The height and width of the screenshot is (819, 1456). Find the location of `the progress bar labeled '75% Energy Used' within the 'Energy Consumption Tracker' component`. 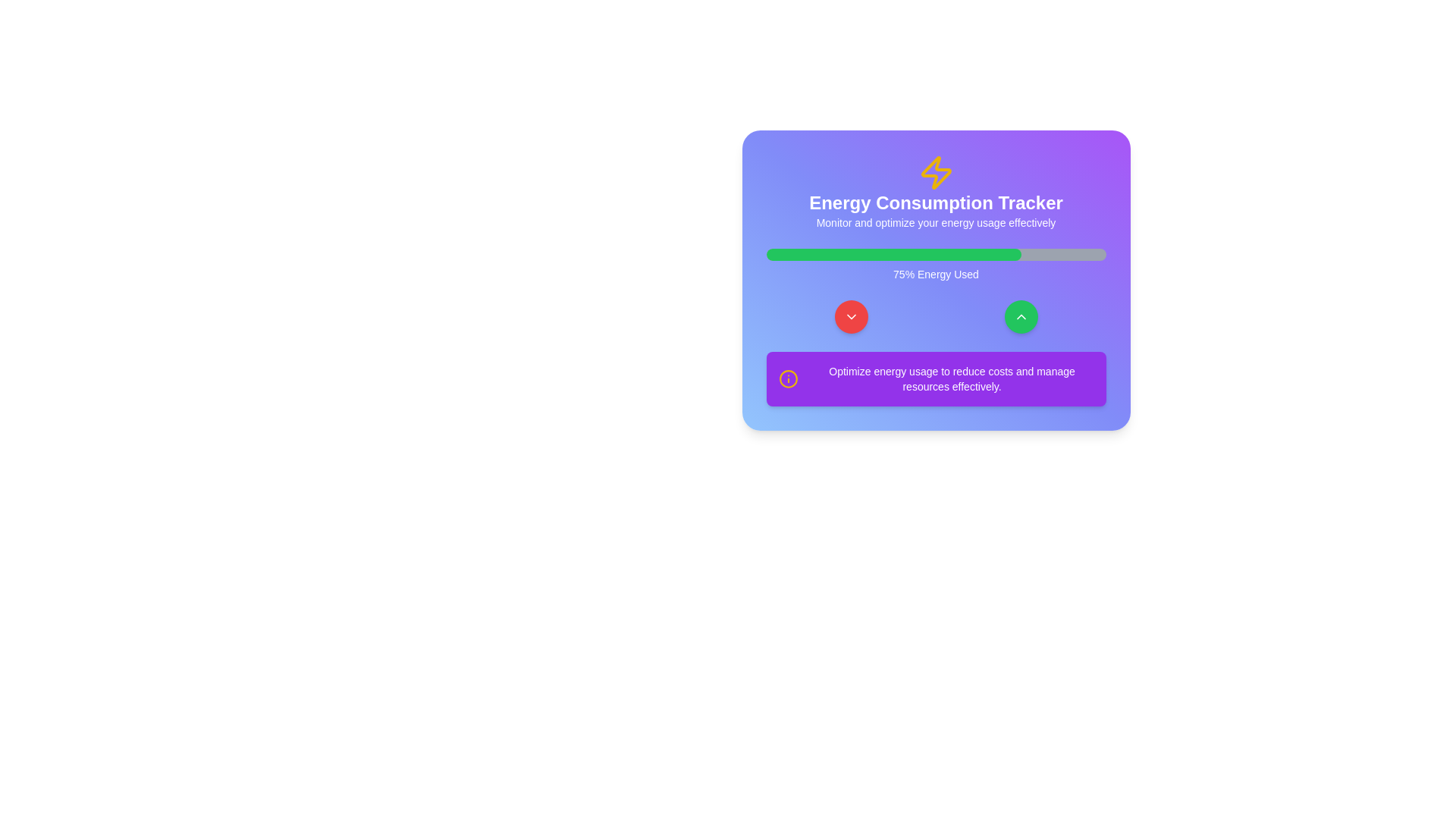

the progress bar labeled '75% Energy Used' within the 'Energy Consumption Tracker' component is located at coordinates (935, 265).